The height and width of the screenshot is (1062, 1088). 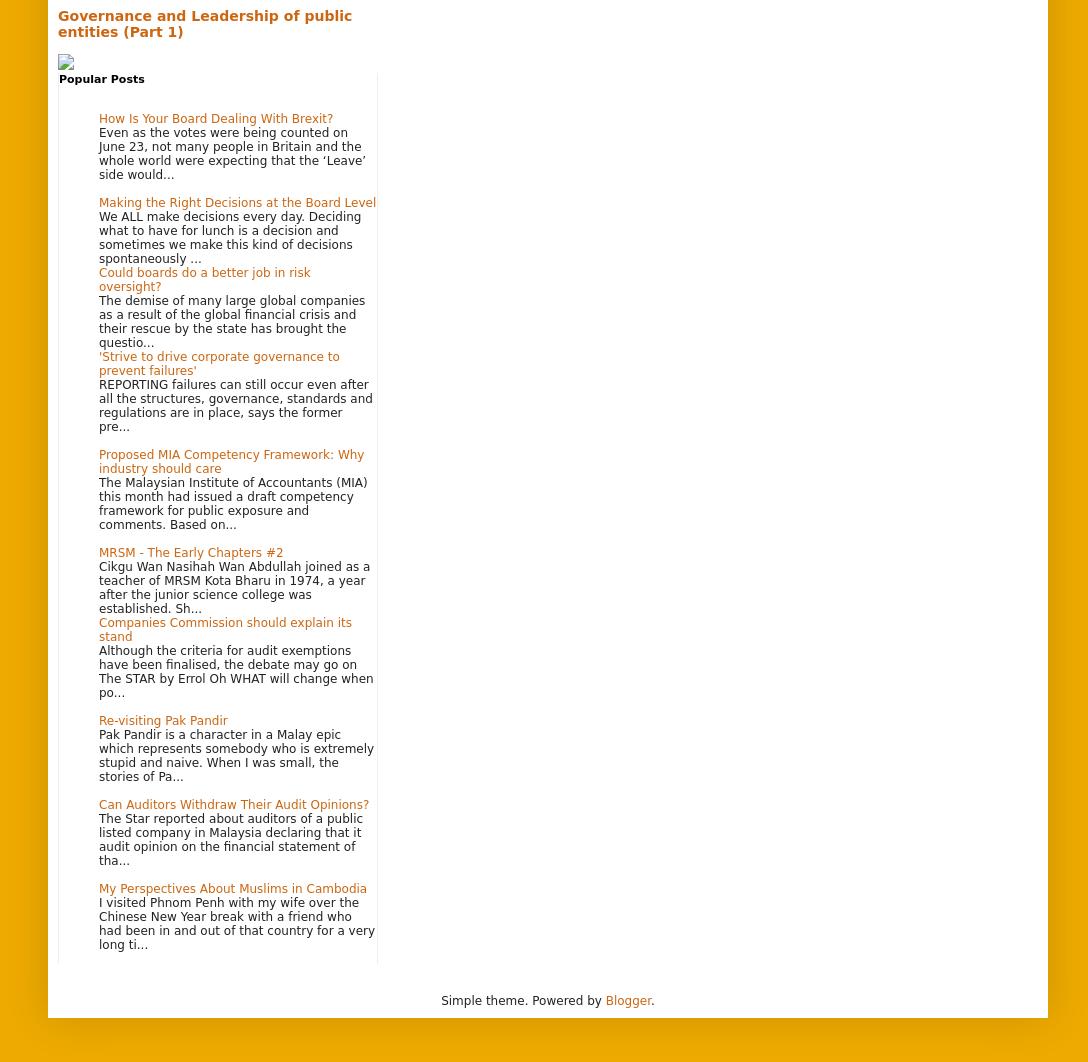 I want to click on 'My Perspectives About Muslims in Cambodia', so click(x=232, y=887).